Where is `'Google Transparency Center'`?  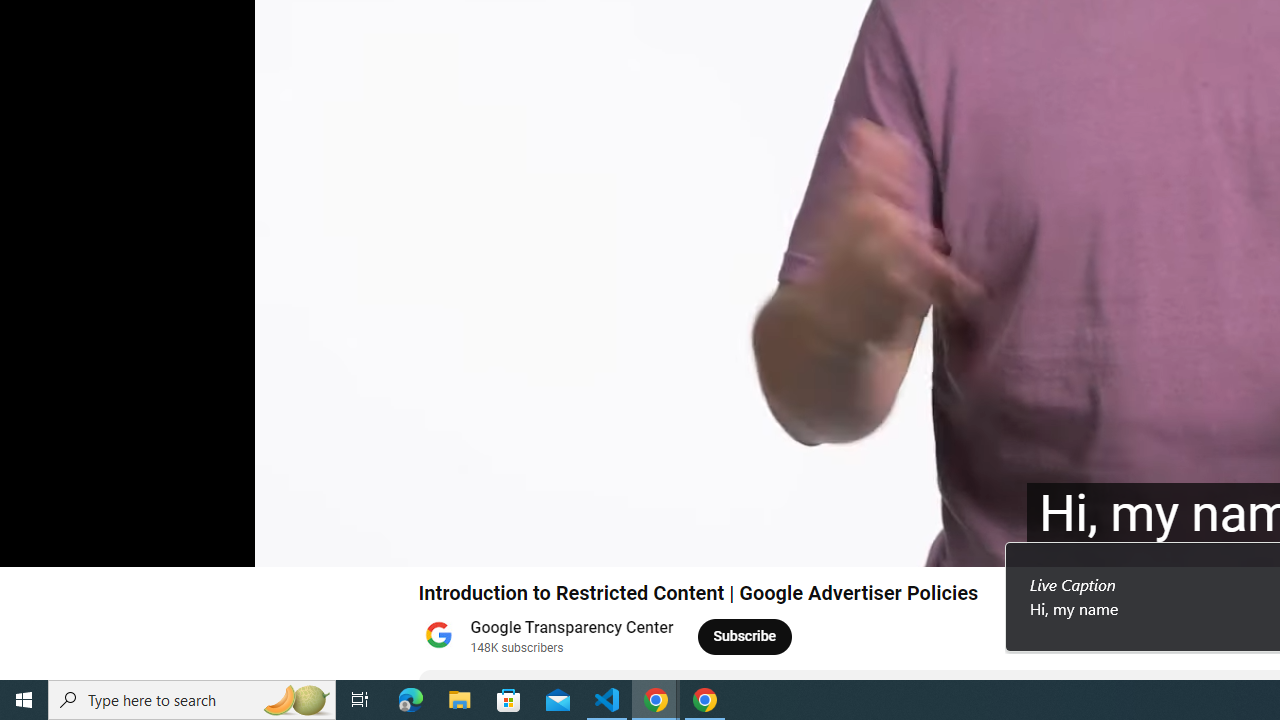 'Google Transparency Center' is located at coordinates (571, 626).